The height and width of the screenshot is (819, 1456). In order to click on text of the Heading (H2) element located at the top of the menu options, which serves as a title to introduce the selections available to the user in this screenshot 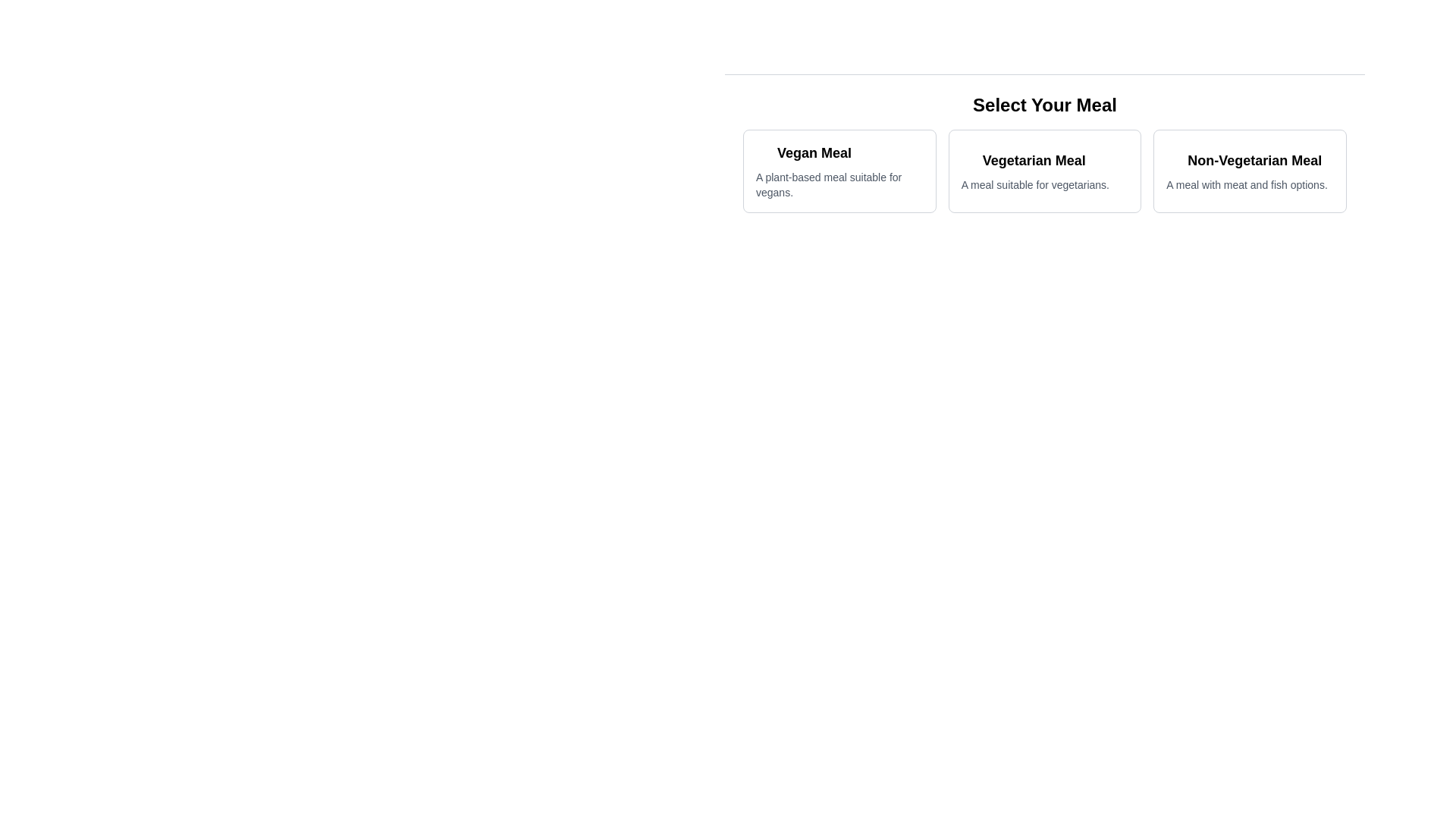, I will do `click(1043, 104)`.